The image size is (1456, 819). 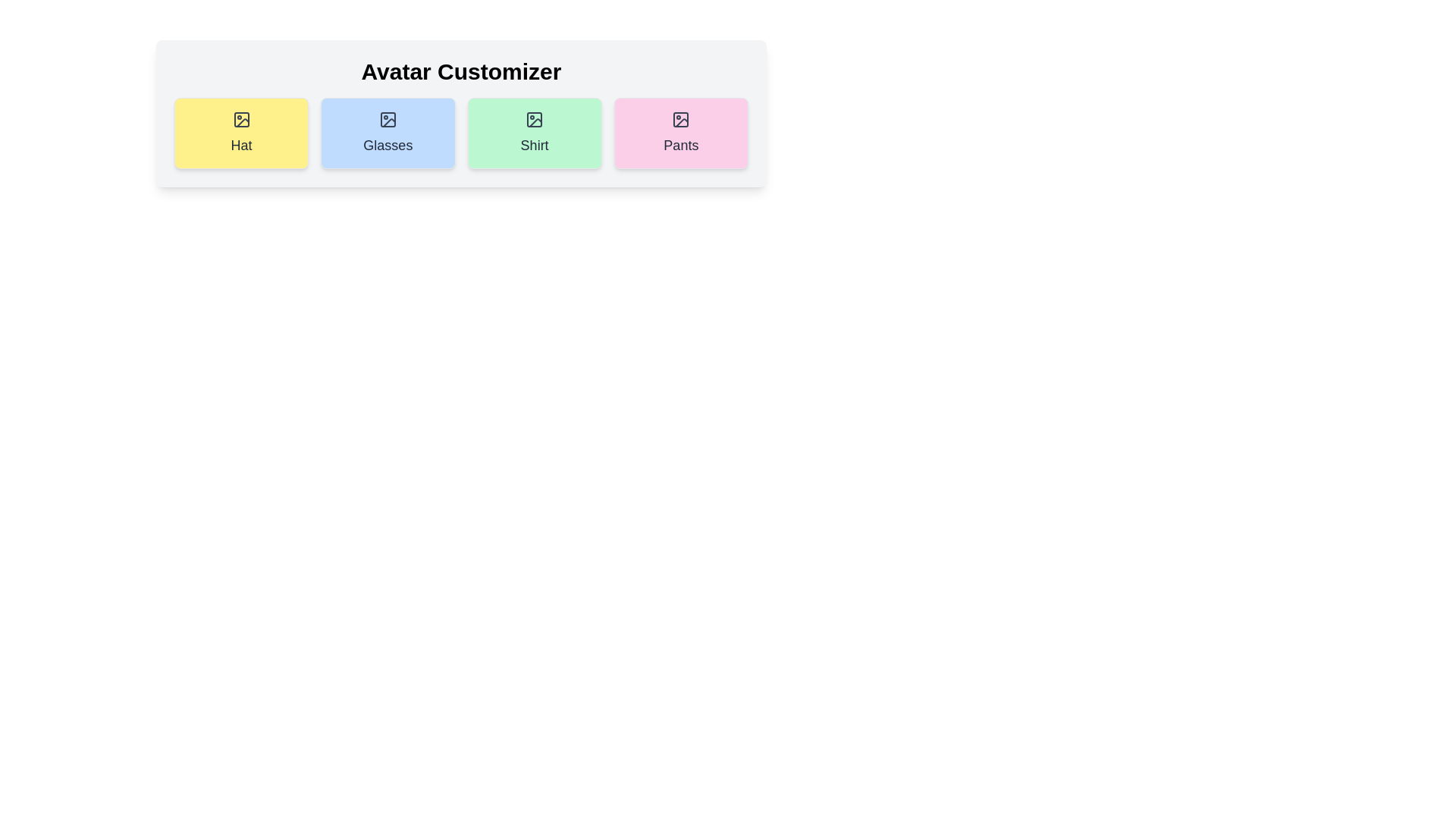 I want to click on label for the shirt option in the avatar customization interface, located in the third column under 'Avatar Customizer', so click(x=535, y=146).